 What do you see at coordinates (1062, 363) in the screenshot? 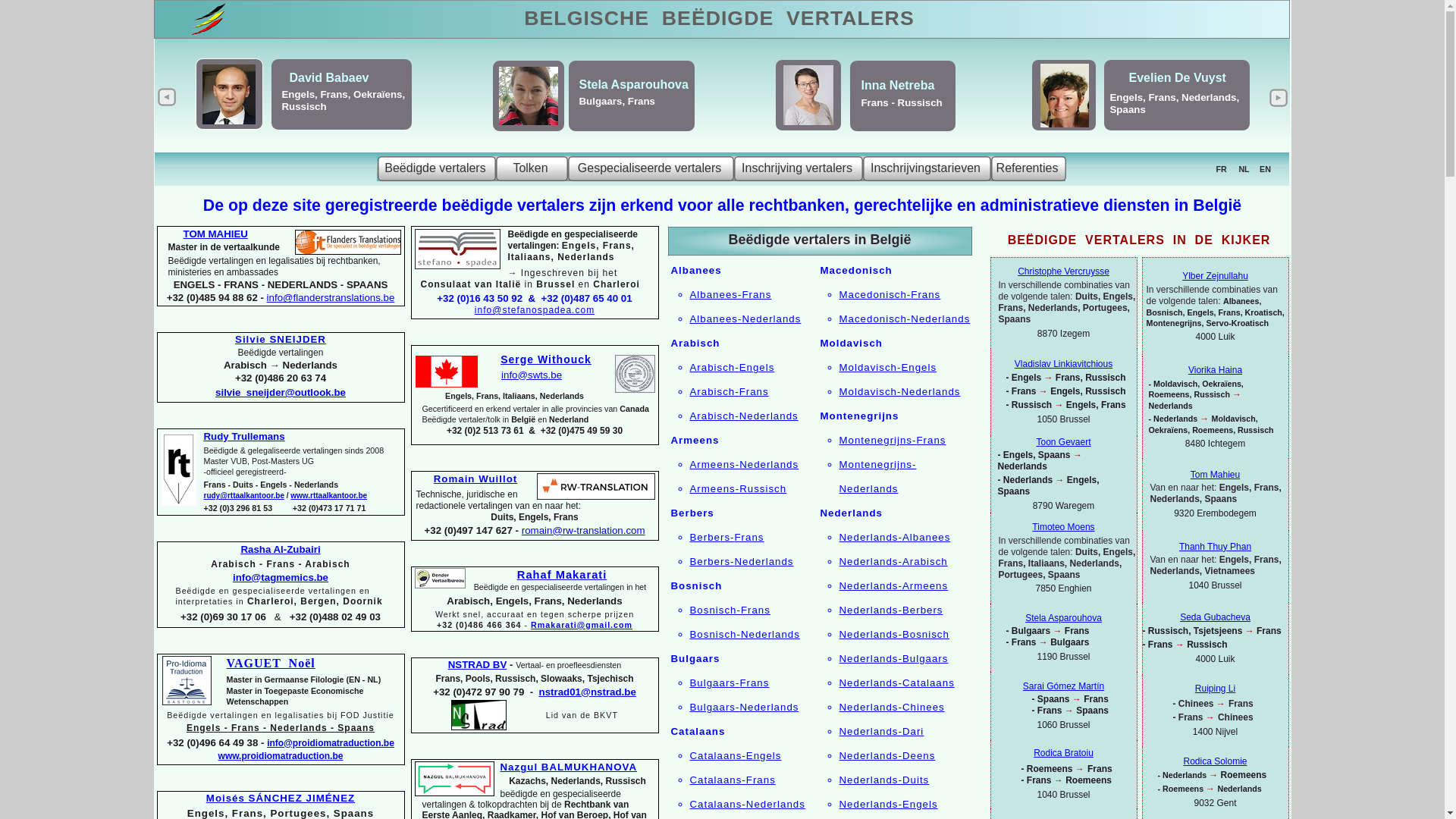
I see `'Vladislav Linkiavitchious'` at bounding box center [1062, 363].